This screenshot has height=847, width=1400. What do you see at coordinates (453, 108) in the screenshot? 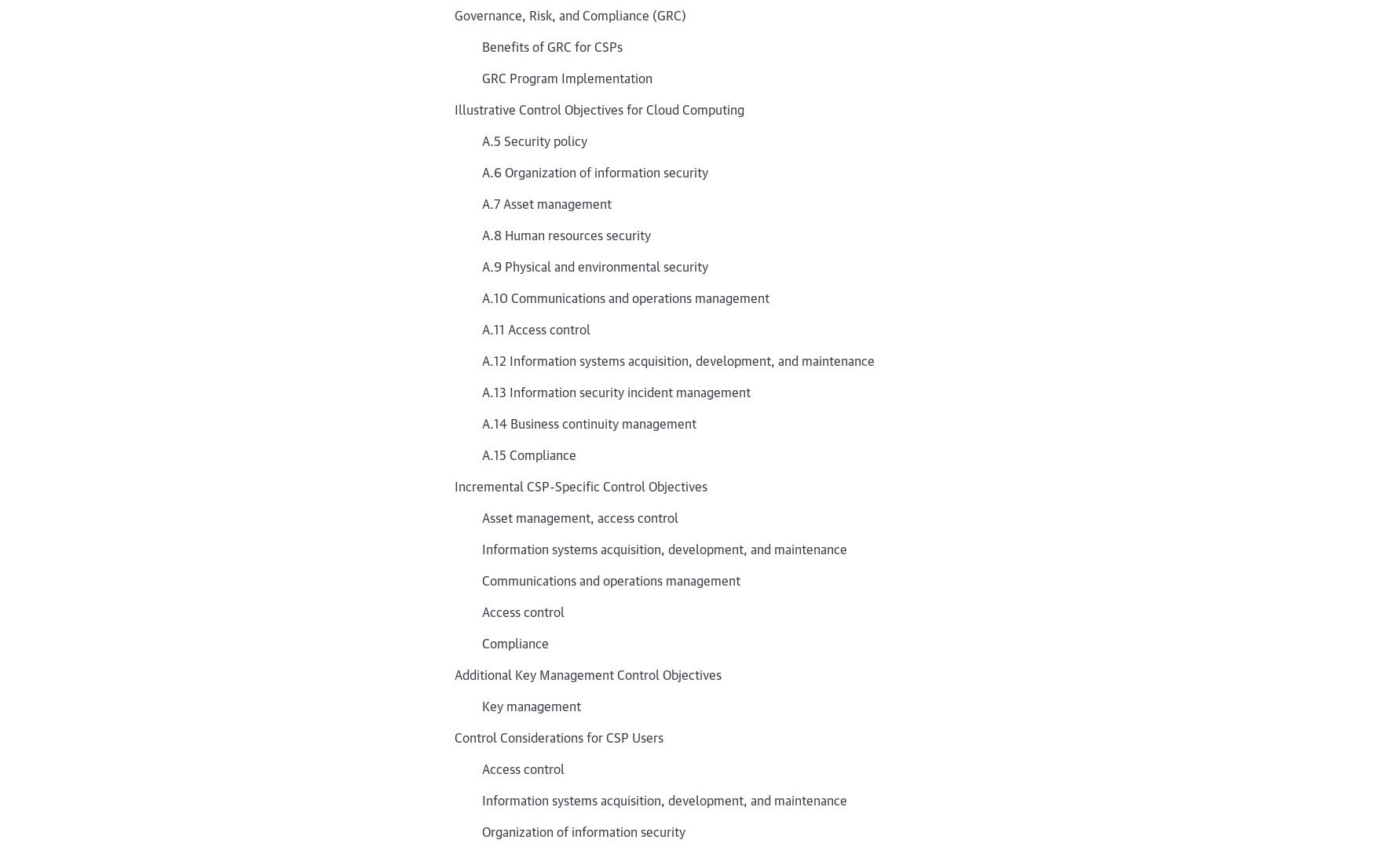
I see `'Illustrative Control Objectives for Cloud Computing'` at bounding box center [453, 108].